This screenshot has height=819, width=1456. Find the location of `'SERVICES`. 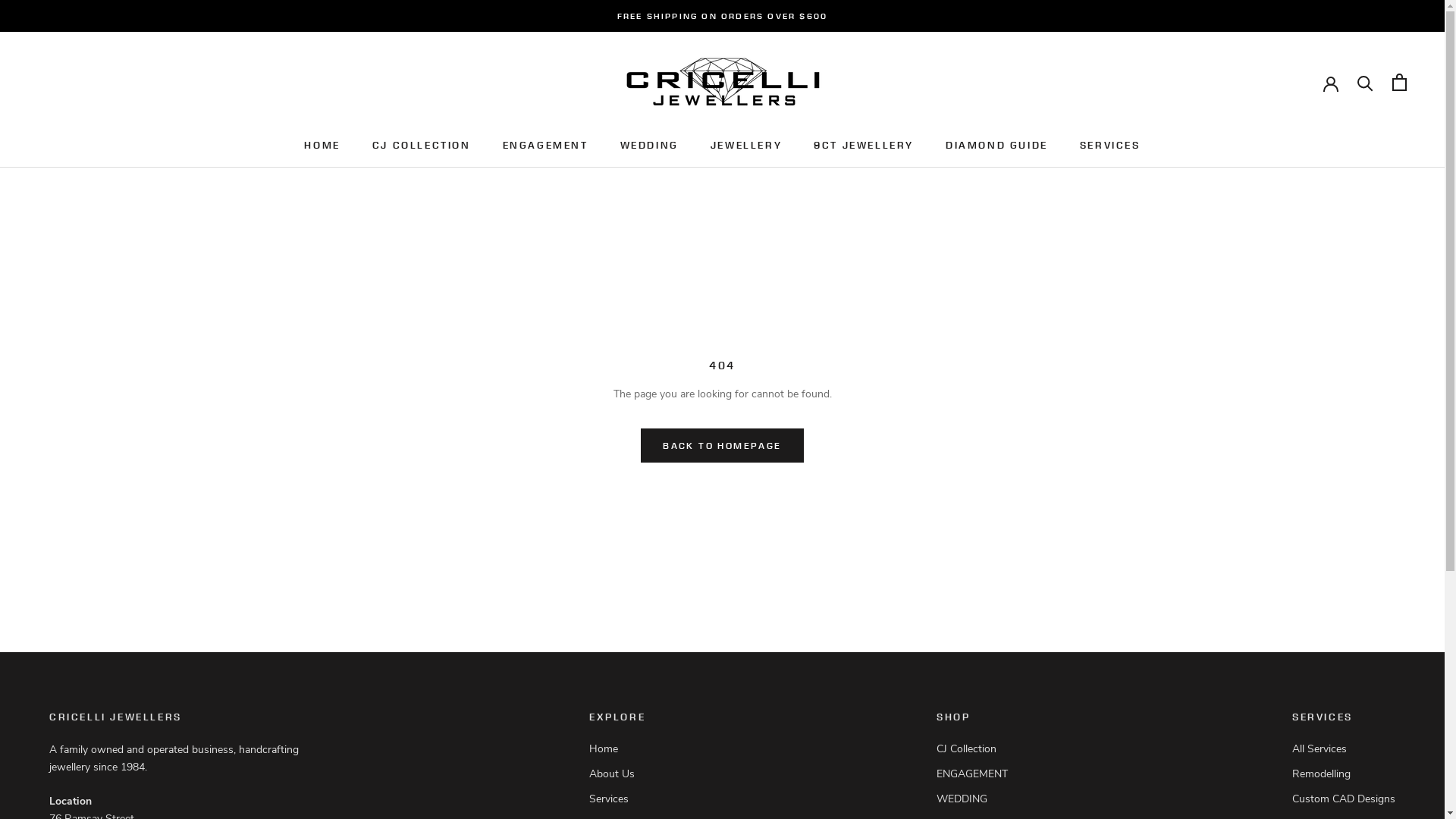

'SERVICES is located at coordinates (1110, 145).